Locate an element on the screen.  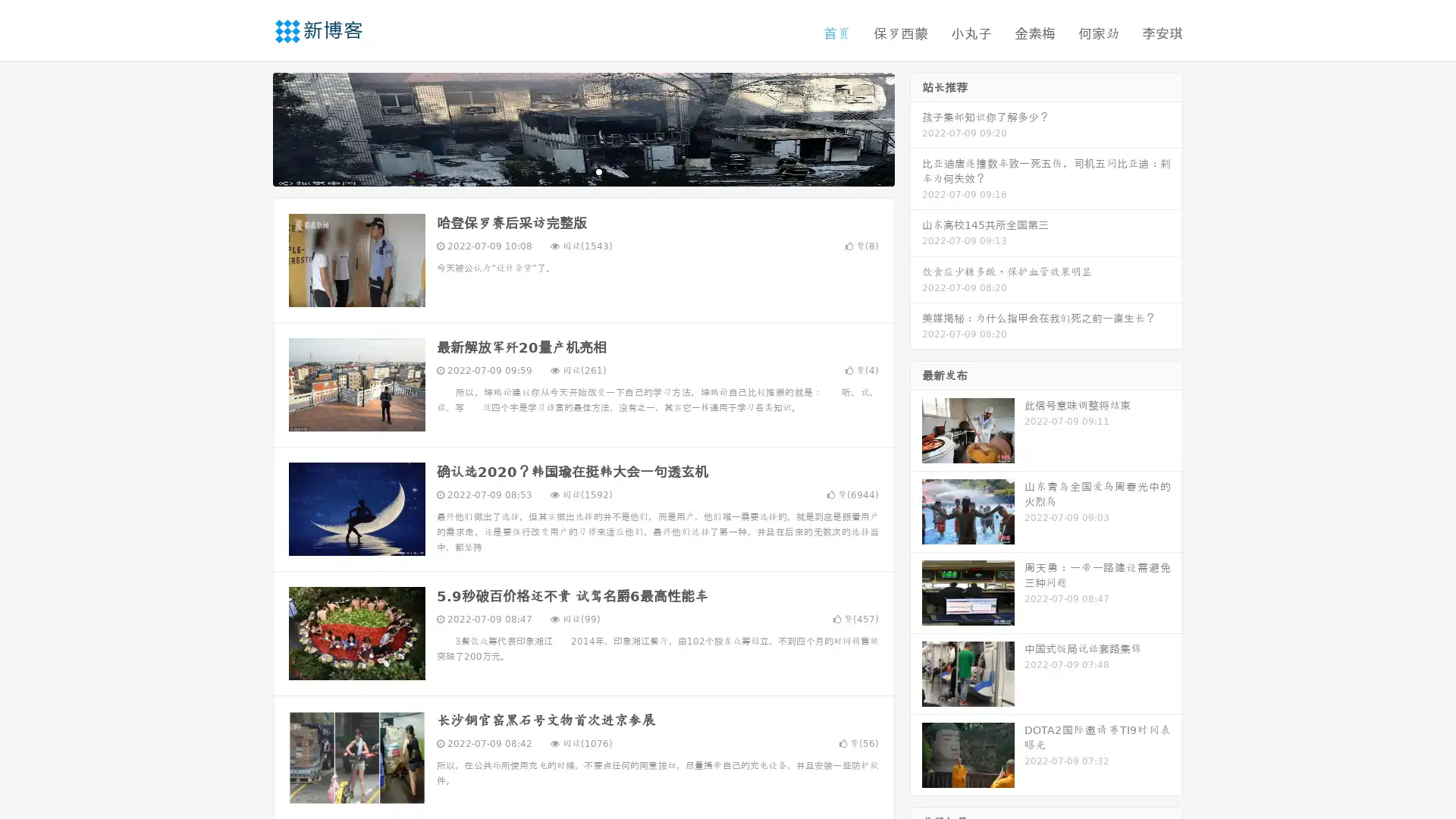
Previous slide is located at coordinates (250, 127).